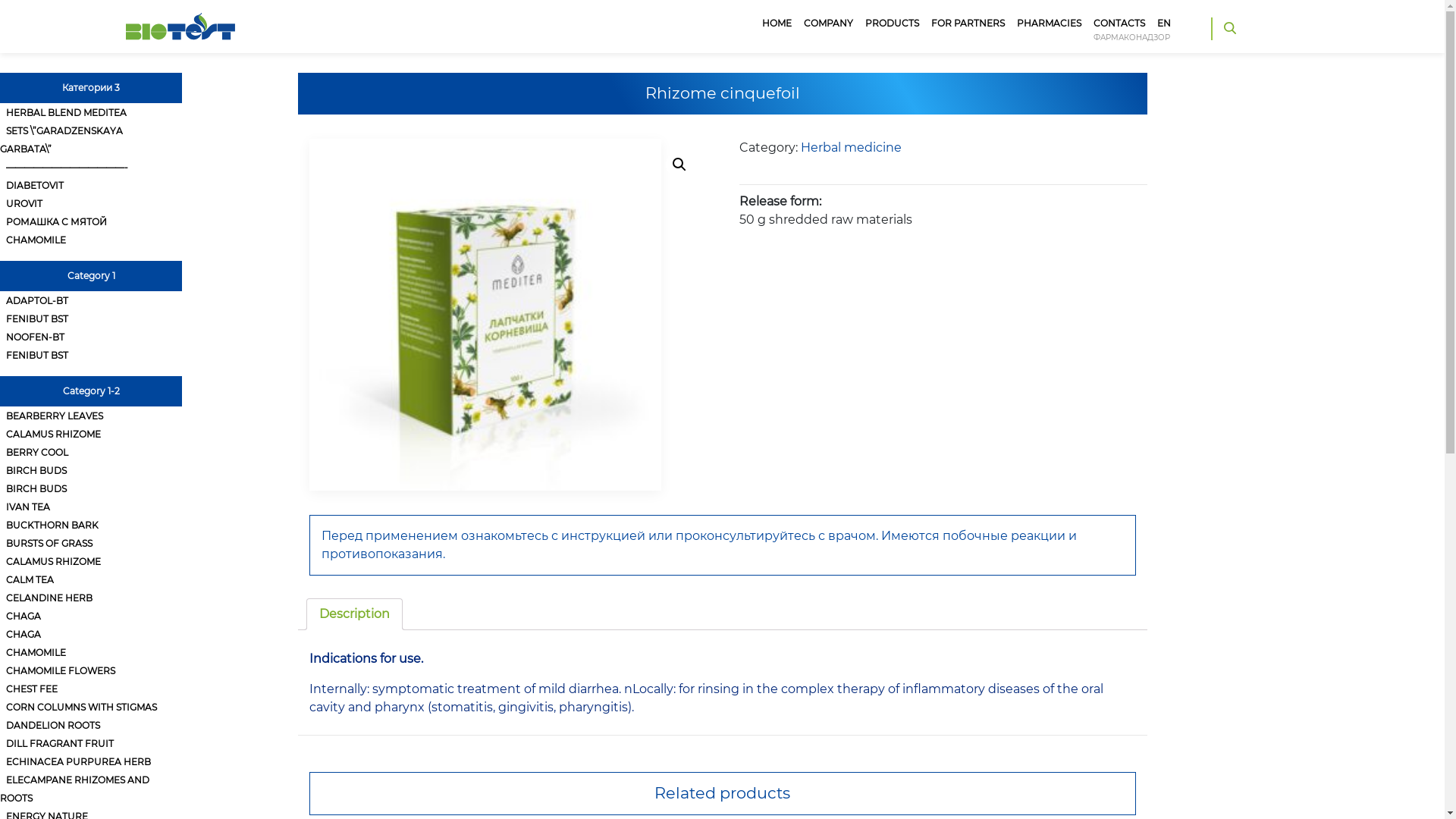  I want to click on 'CHAMOMILE', so click(36, 239).